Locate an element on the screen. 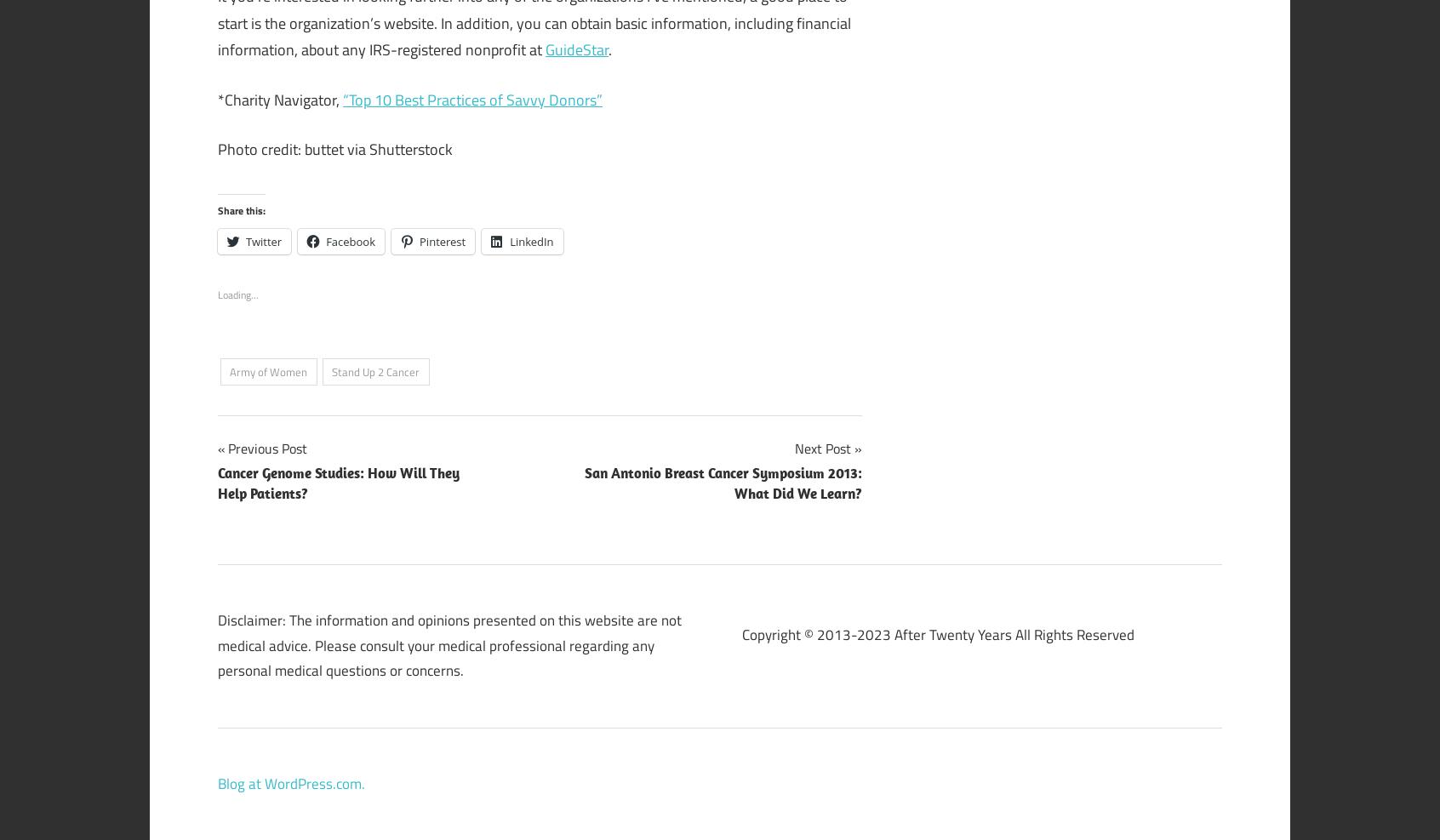 The height and width of the screenshot is (840, 1440). '.' is located at coordinates (609, 49).